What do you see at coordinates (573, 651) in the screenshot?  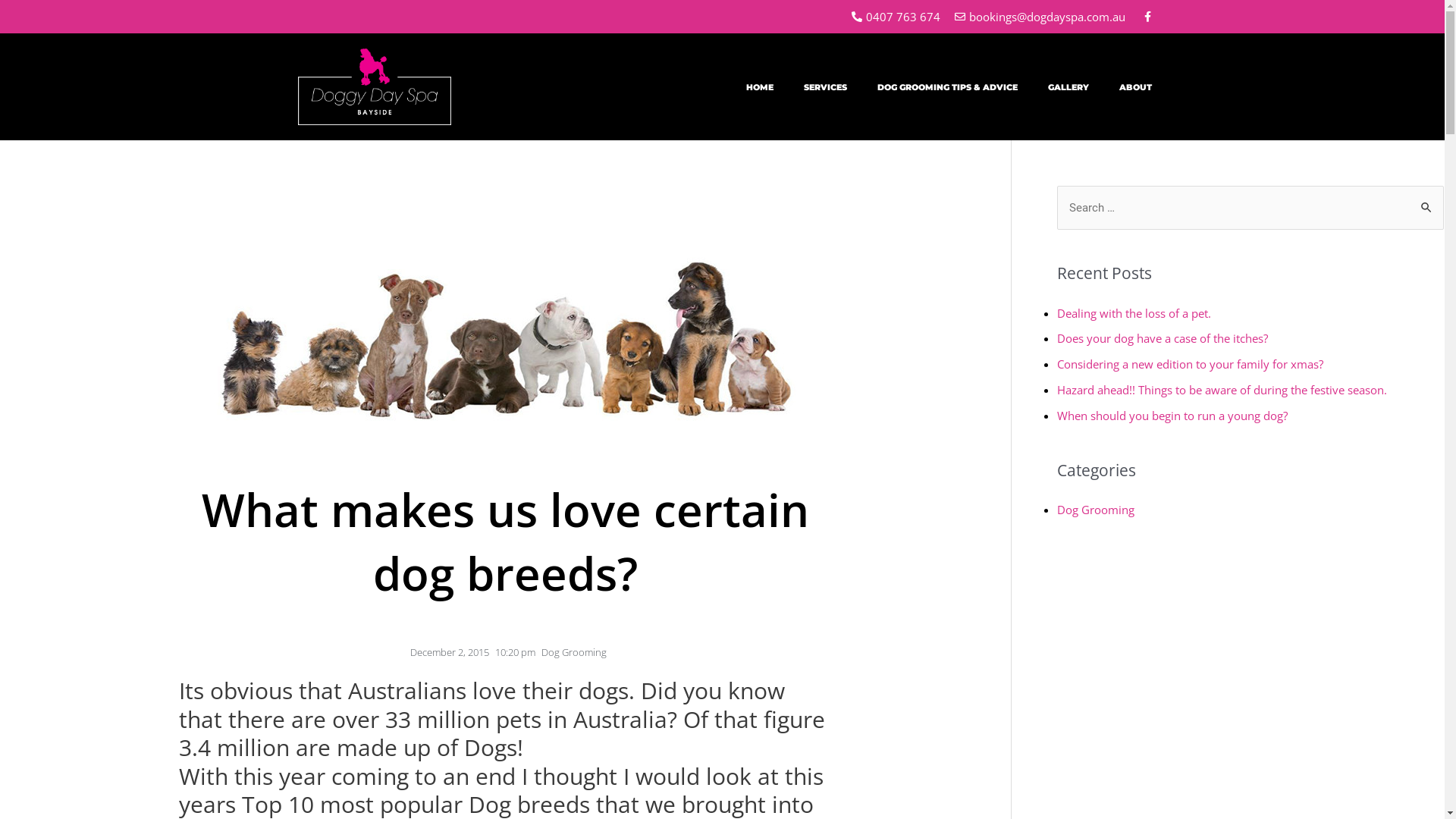 I see `'Dog Grooming'` at bounding box center [573, 651].